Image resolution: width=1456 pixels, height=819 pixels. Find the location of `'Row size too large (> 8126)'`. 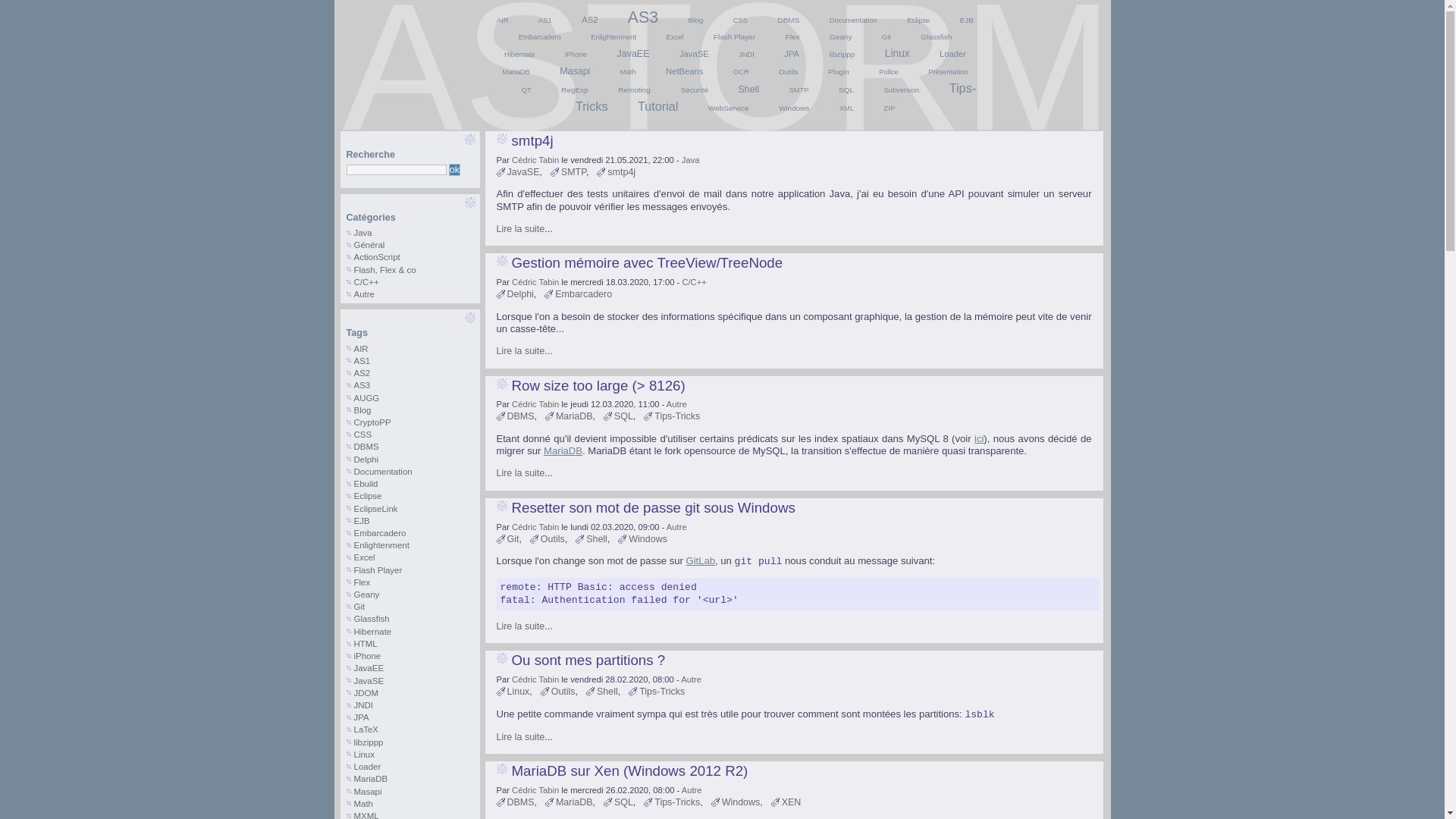

'Row size too large (> 8126)' is located at coordinates (597, 384).